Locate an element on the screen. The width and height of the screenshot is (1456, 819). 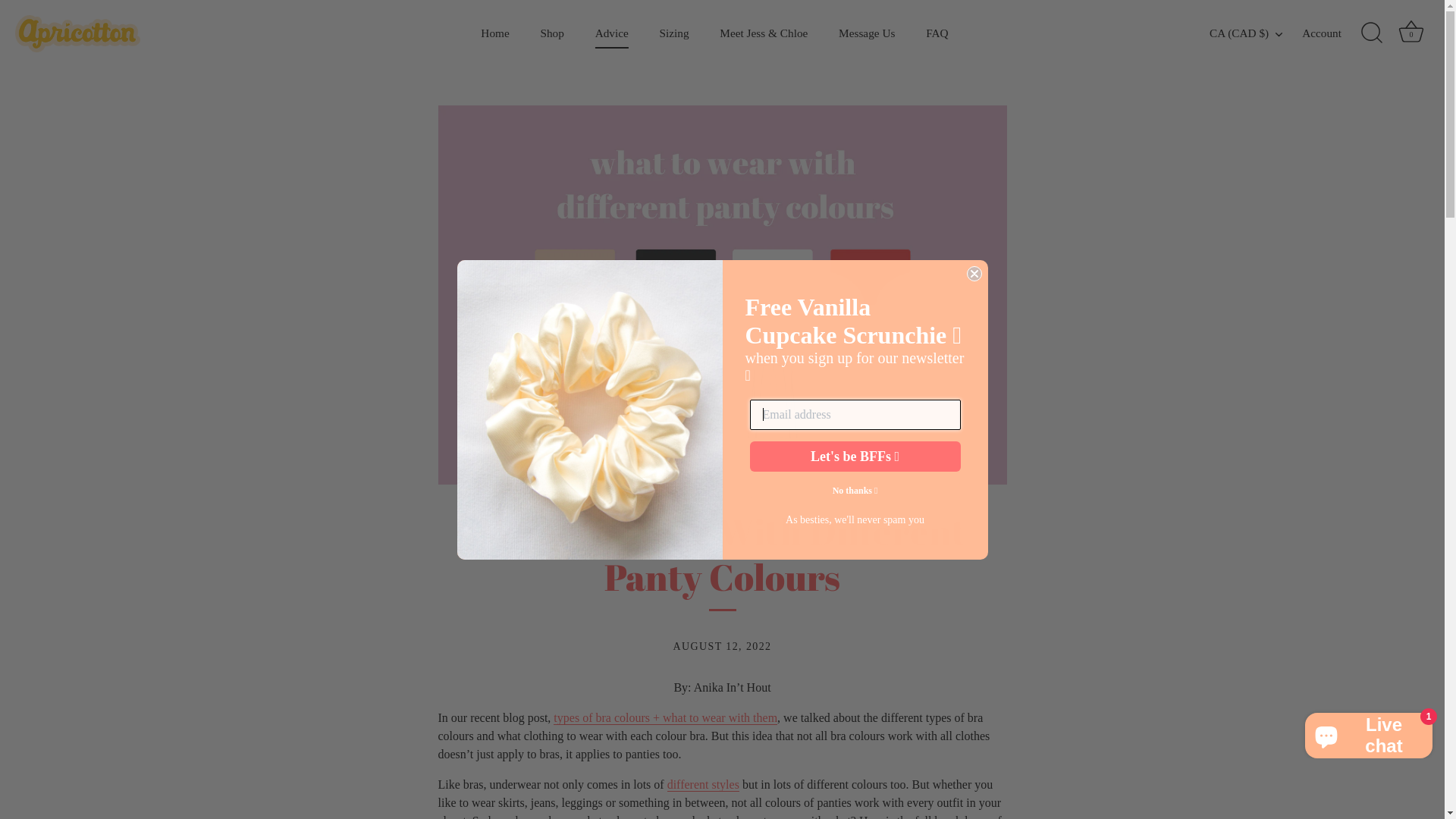
'Home' is located at coordinates (466, 33).